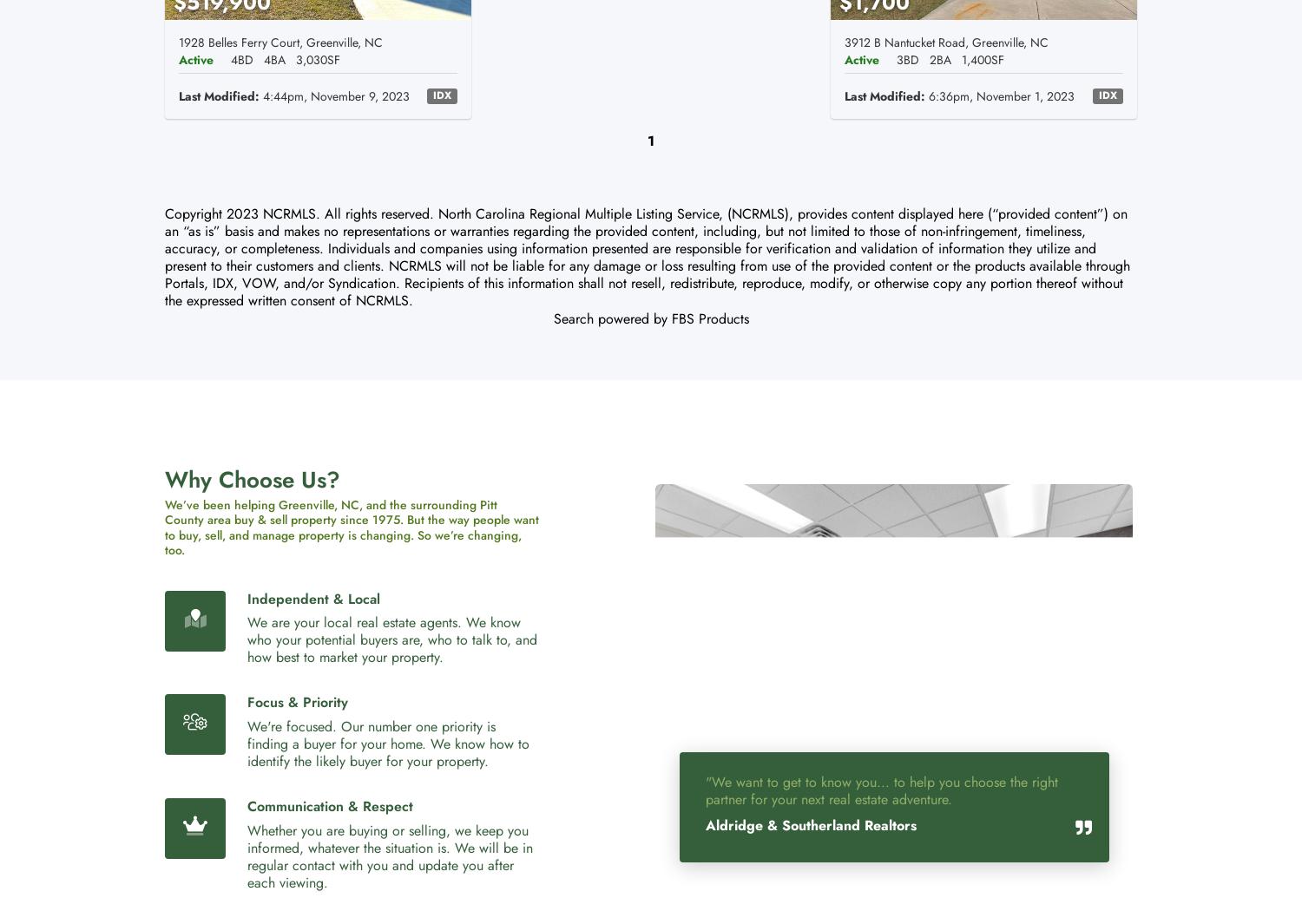 Image resolution: width=1302 pixels, height=924 pixels. Describe the element at coordinates (924, 95) in the screenshot. I see `'6:36pm, November 1, 2023'` at that location.